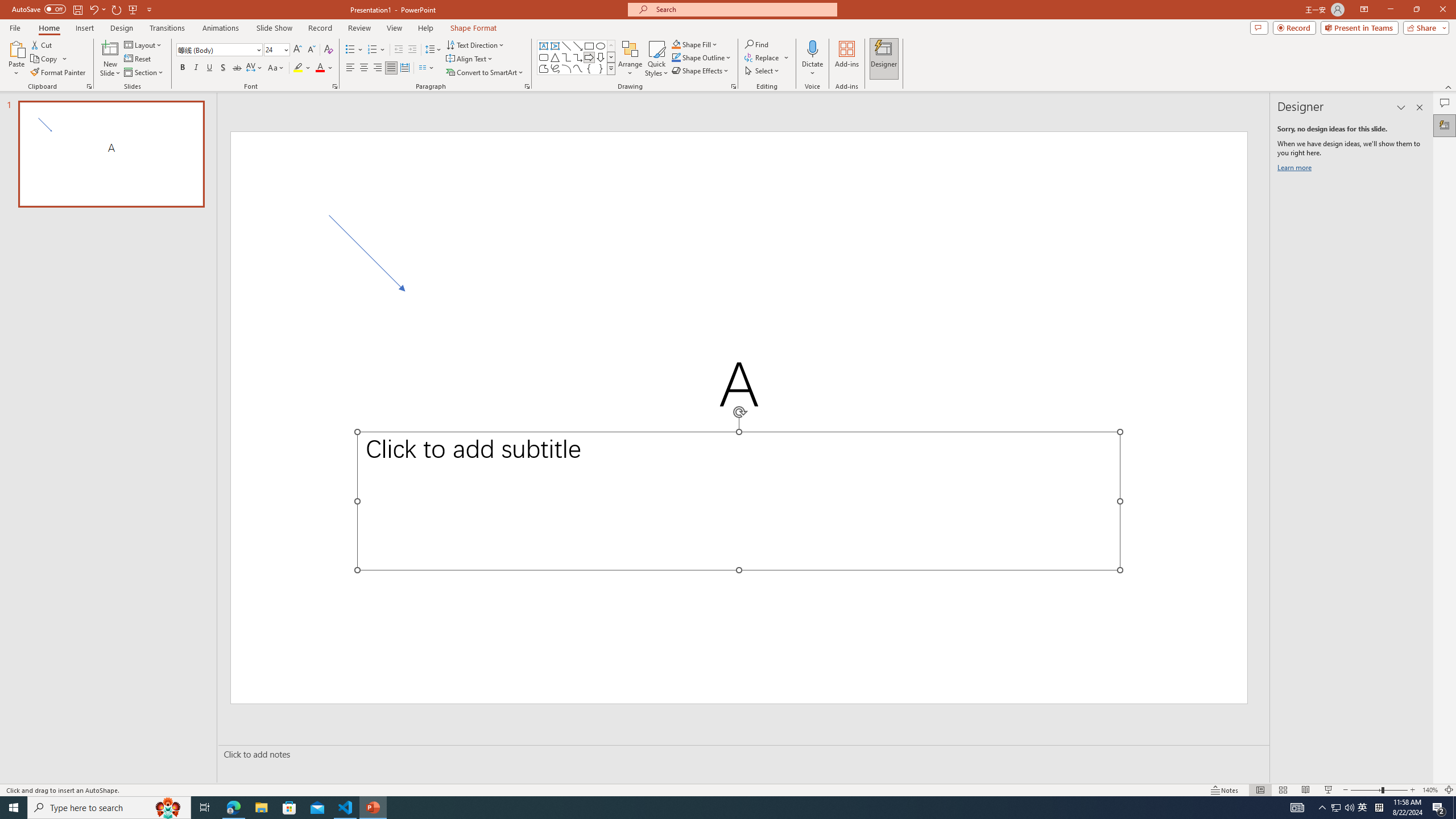  What do you see at coordinates (701, 56) in the screenshot?
I see `'Shape Outline'` at bounding box center [701, 56].